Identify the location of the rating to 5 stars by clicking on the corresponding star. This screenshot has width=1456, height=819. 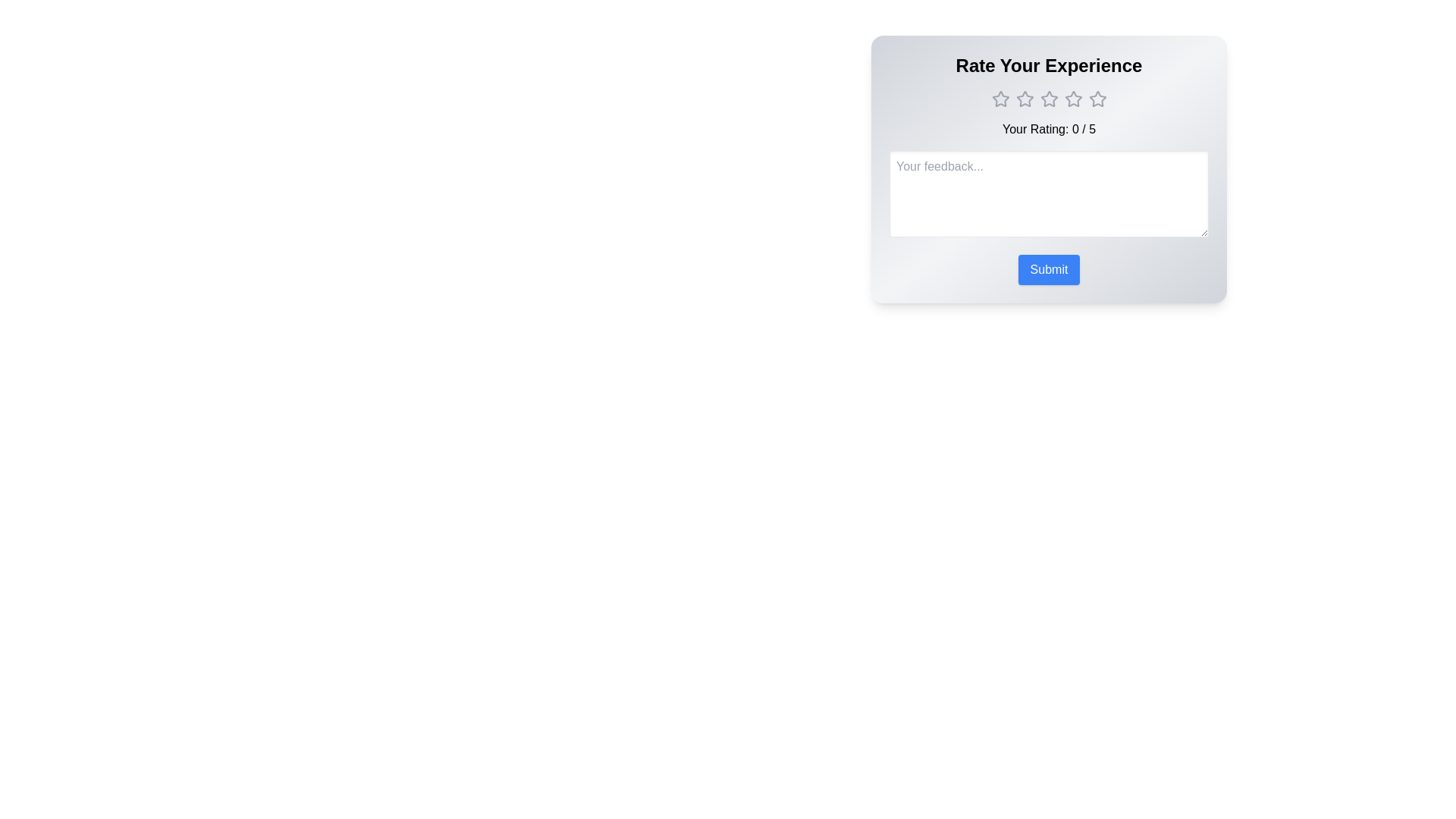
(1097, 99).